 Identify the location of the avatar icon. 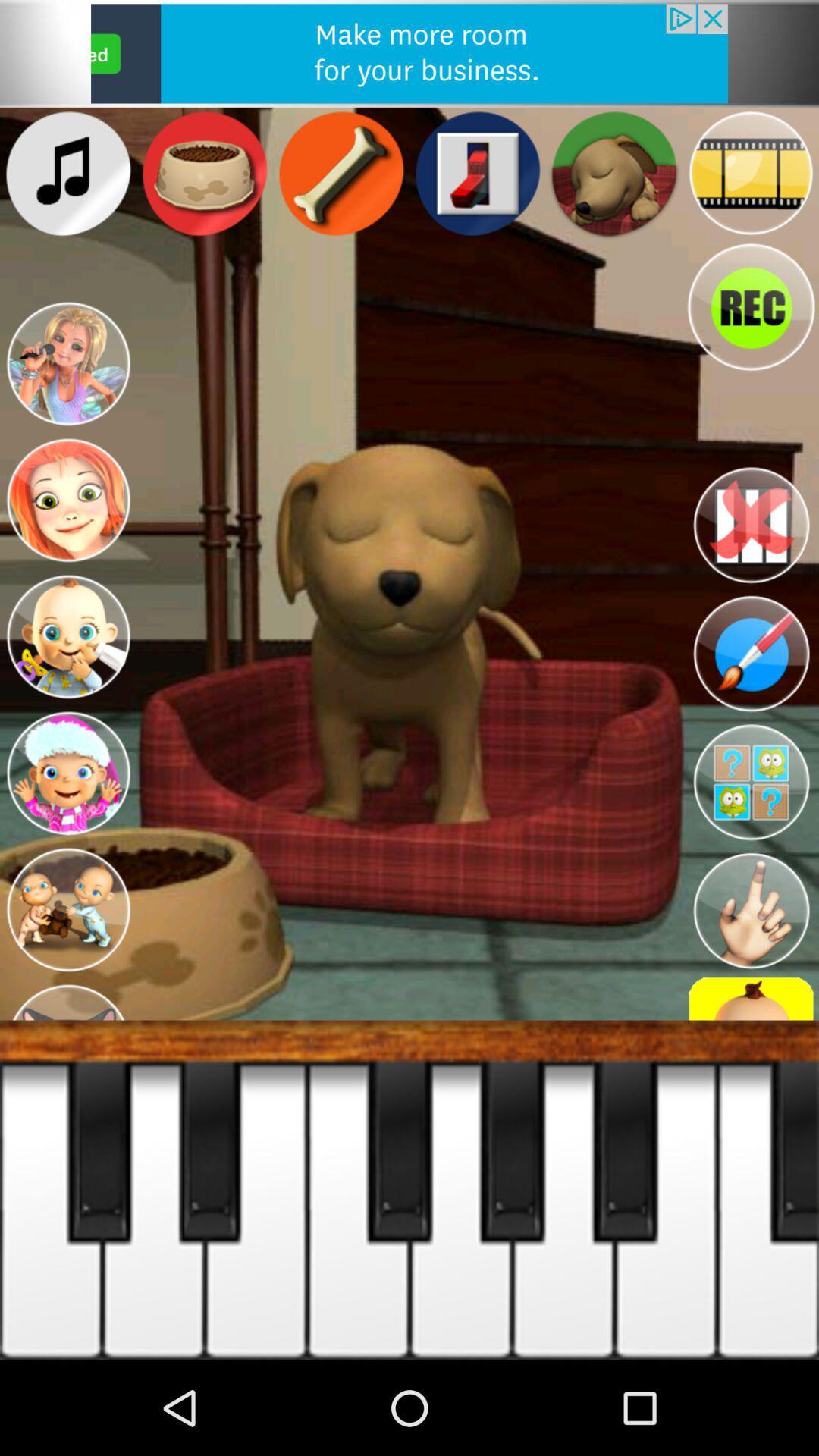
(67, 680).